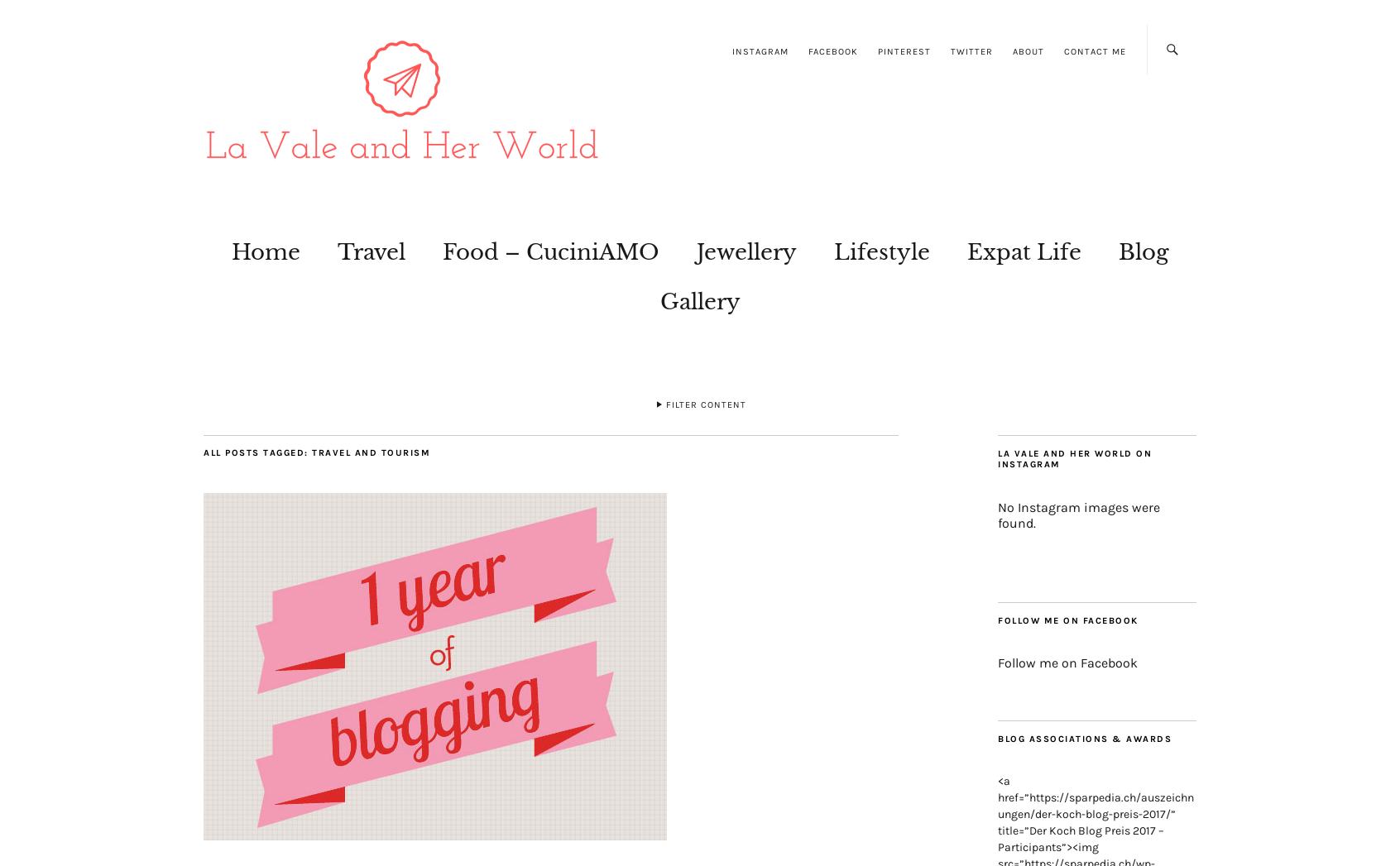 Image resolution: width=1400 pixels, height=866 pixels. I want to click on 'Blog', so click(1118, 251).